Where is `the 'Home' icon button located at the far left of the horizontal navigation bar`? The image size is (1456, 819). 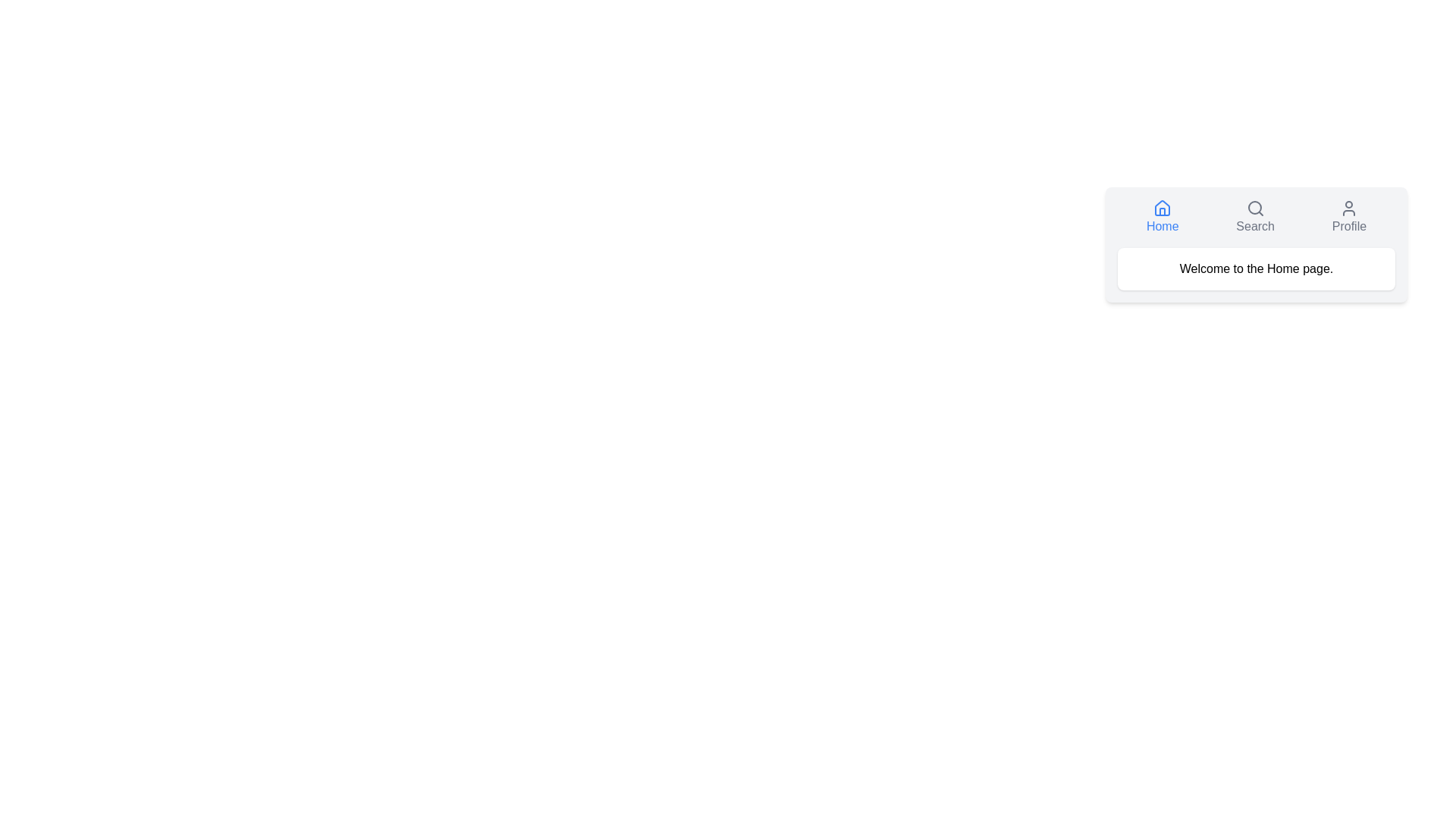 the 'Home' icon button located at the far left of the horizontal navigation bar is located at coordinates (1162, 208).